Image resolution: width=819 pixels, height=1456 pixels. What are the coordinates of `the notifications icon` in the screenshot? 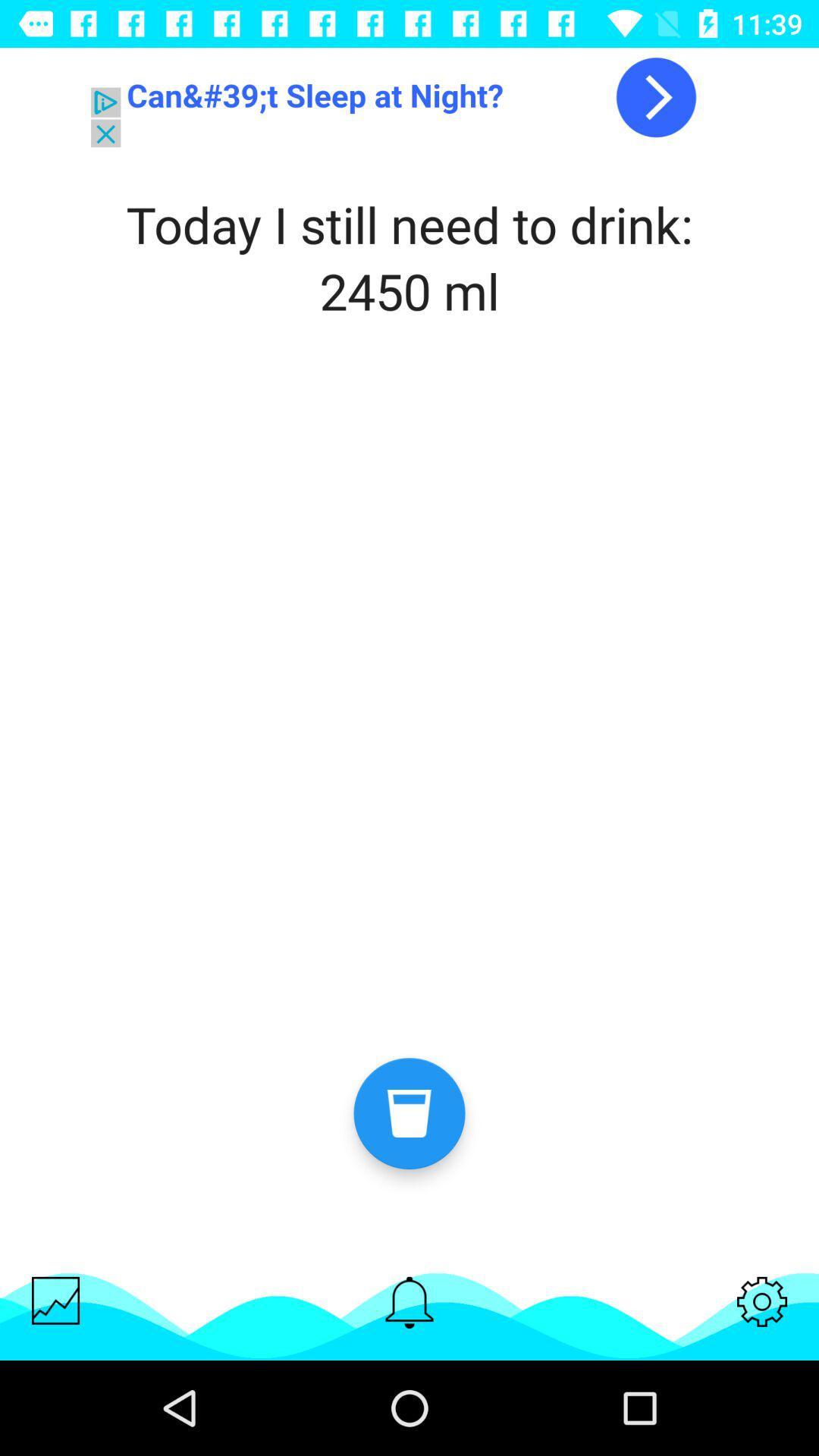 It's located at (409, 1301).